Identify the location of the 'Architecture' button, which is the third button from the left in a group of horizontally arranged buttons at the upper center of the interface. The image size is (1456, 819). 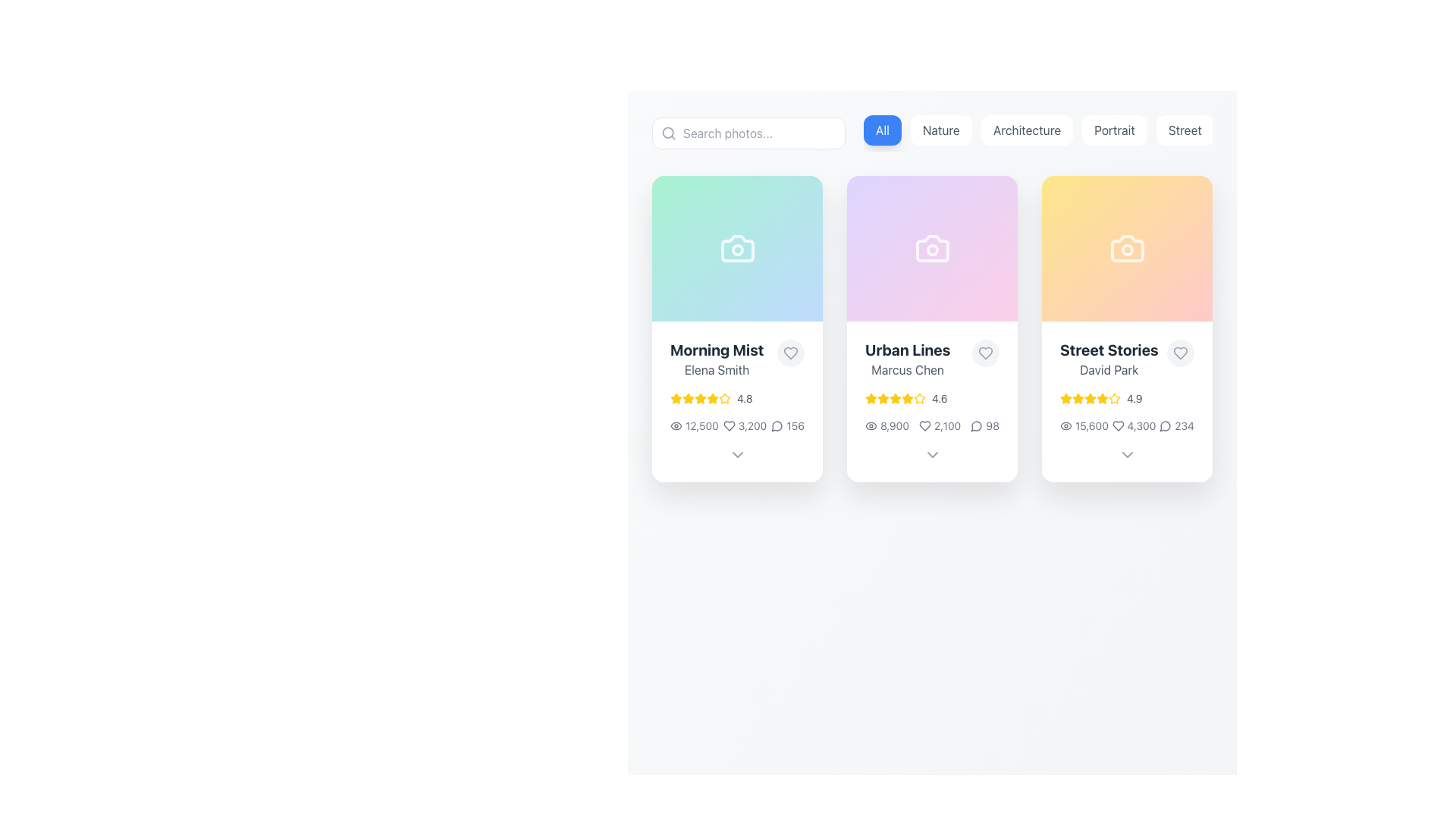
(1027, 130).